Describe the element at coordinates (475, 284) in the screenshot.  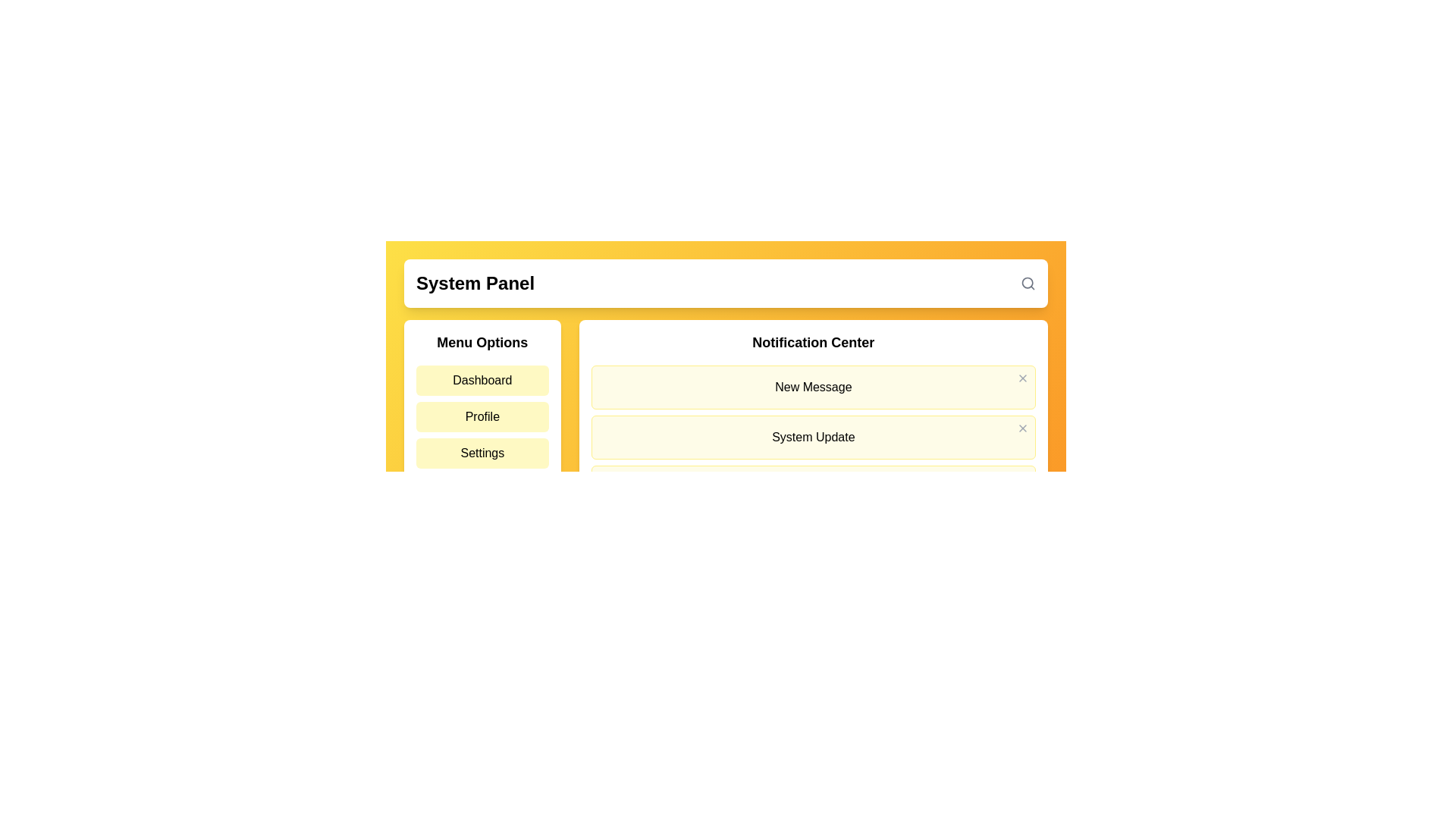
I see `the 'System Panel' text label, which is a bold and larger title on a white background, located at the top left of the interface` at that location.